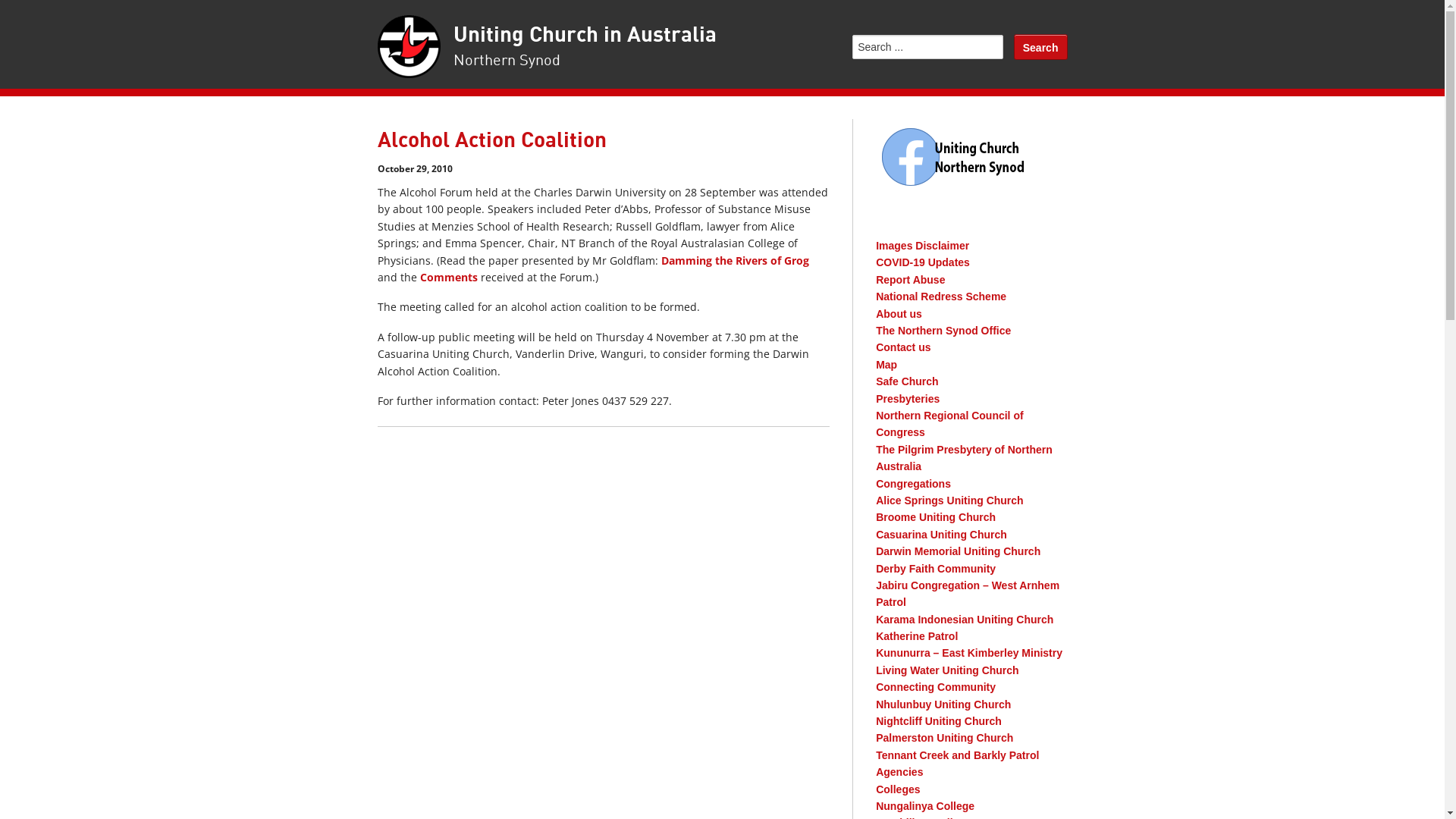 The image size is (1456, 819). Describe the element at coordinates (956, 755) in the screenshot. I see `'Tennant Creek and Barkly Patrol'` at that location.